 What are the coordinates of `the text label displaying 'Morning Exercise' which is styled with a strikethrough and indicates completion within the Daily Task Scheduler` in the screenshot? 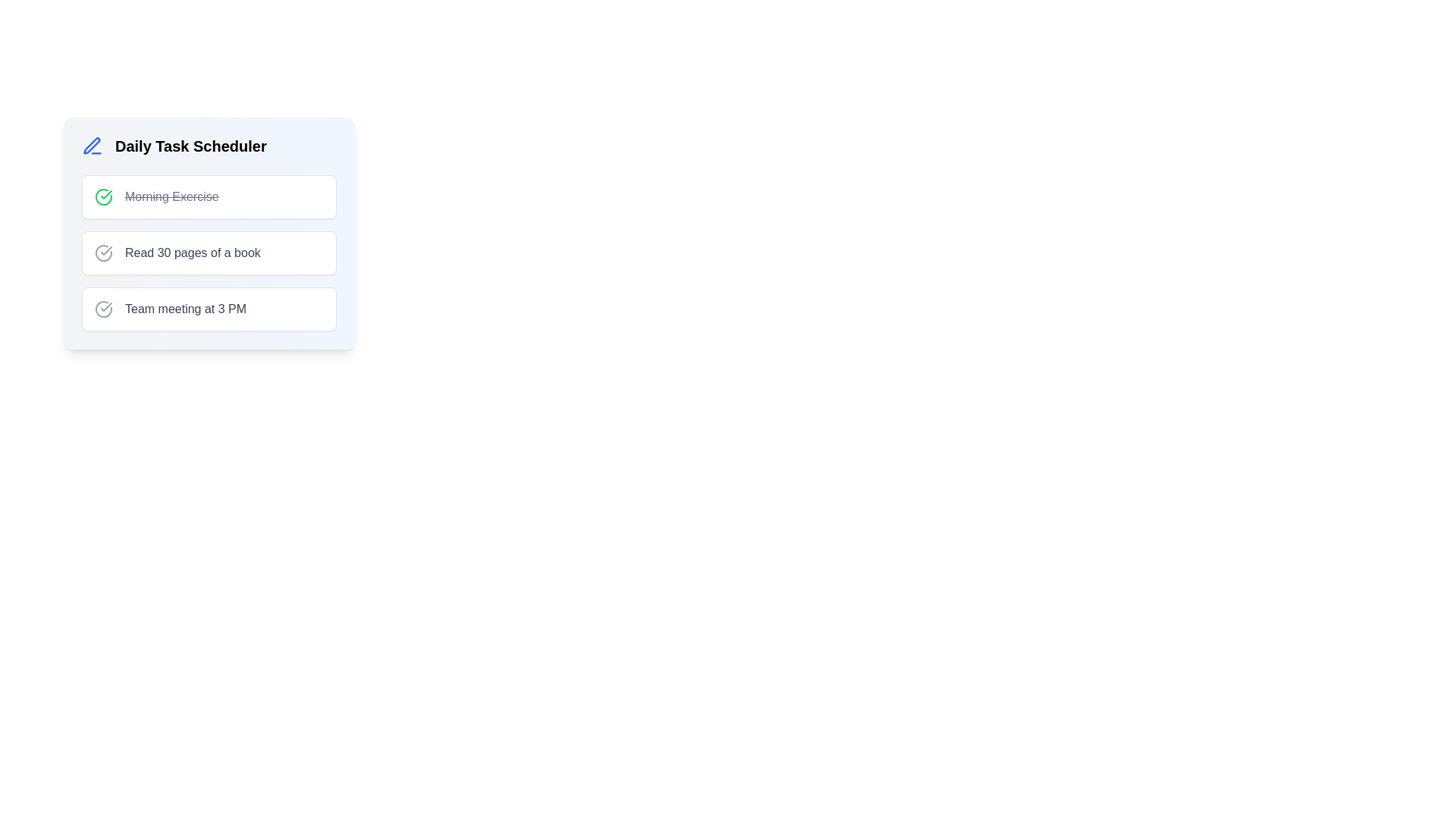 It's located at (171, 196).